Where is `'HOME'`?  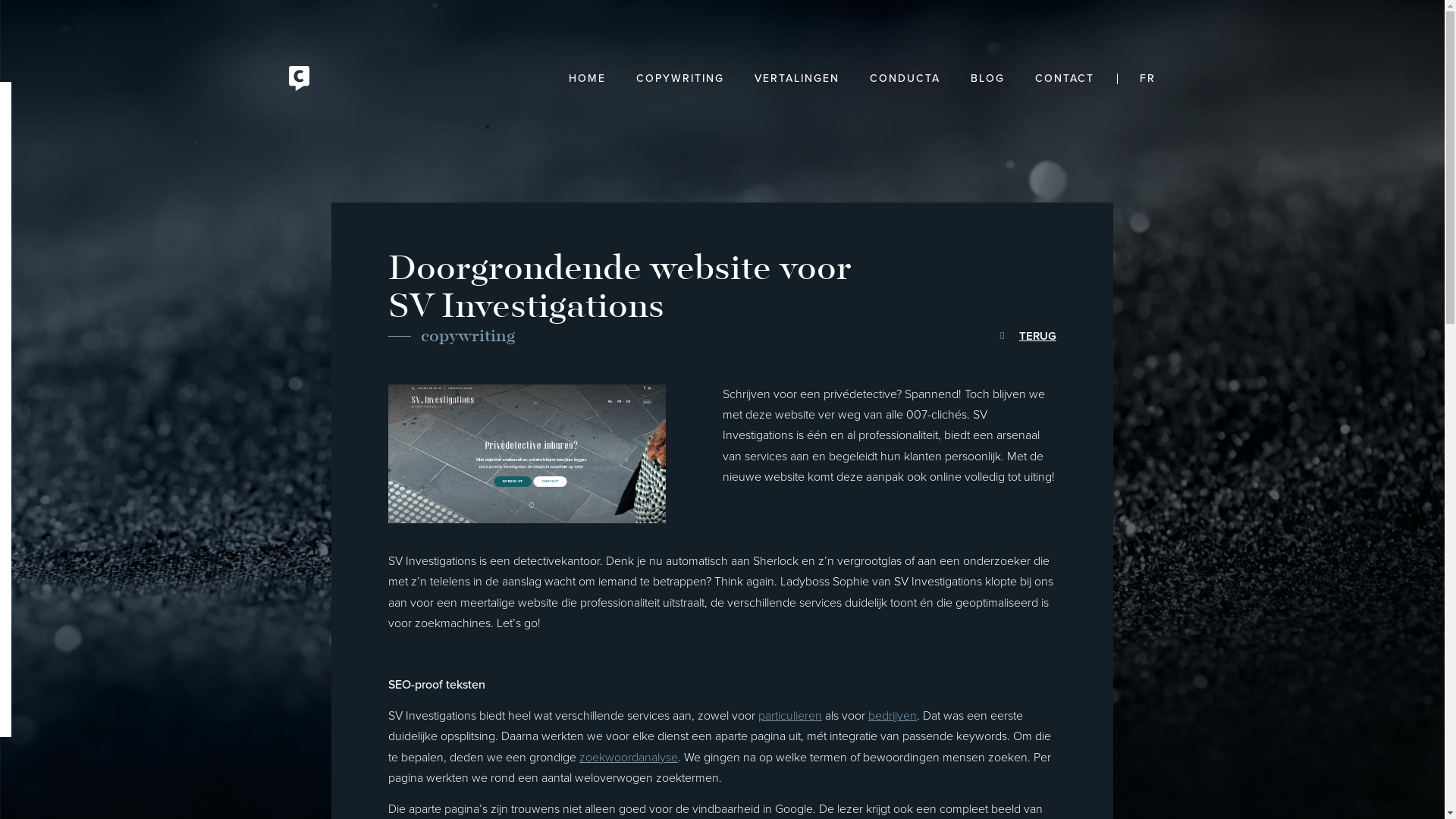 'HOME' is located at coordinates (586, 78).